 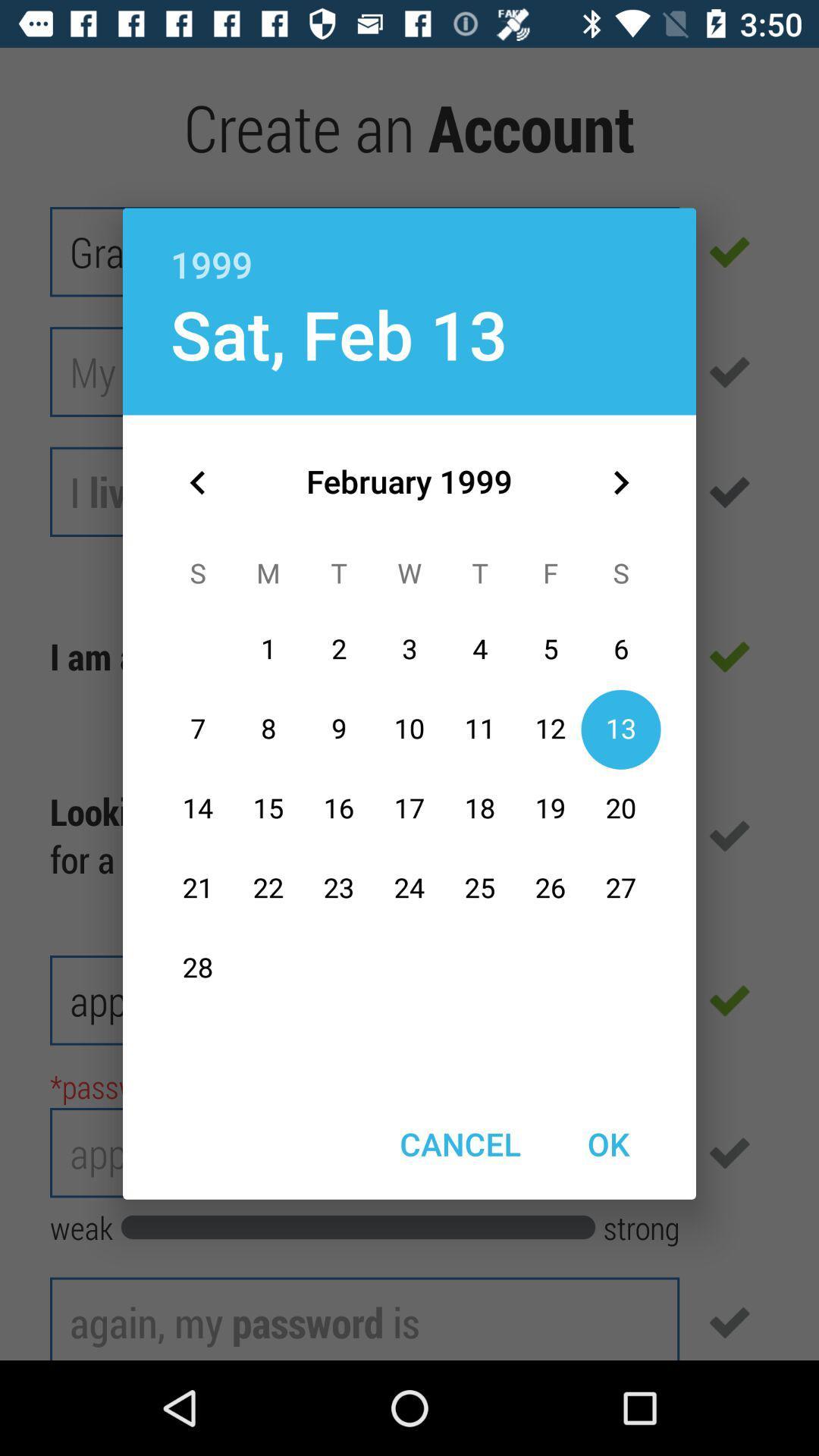 I want to click on icon at the top right corner, so click(x=620, y=482).